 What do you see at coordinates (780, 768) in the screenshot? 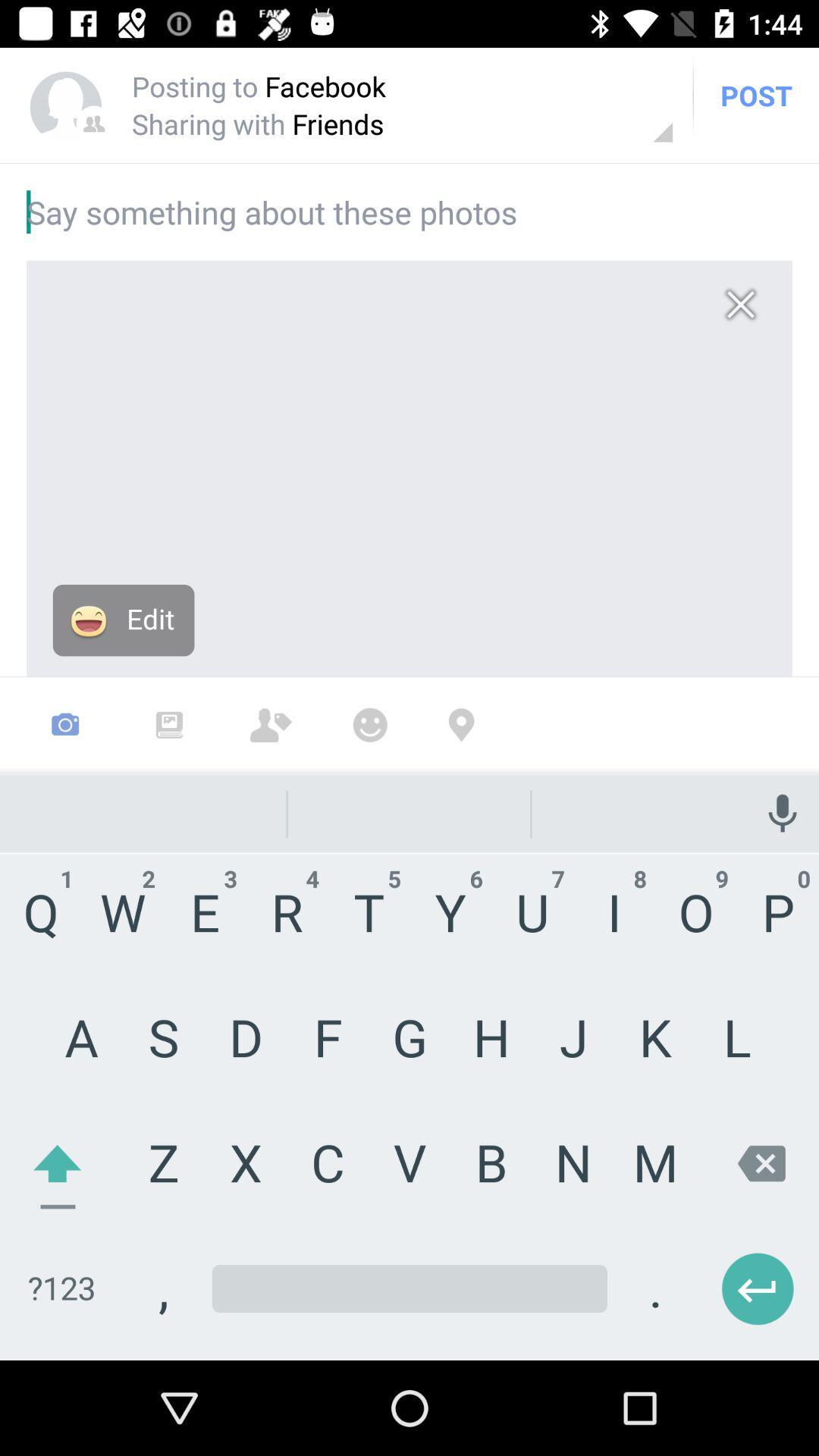
I see `the audio icon` at bounding box center [780, 768].